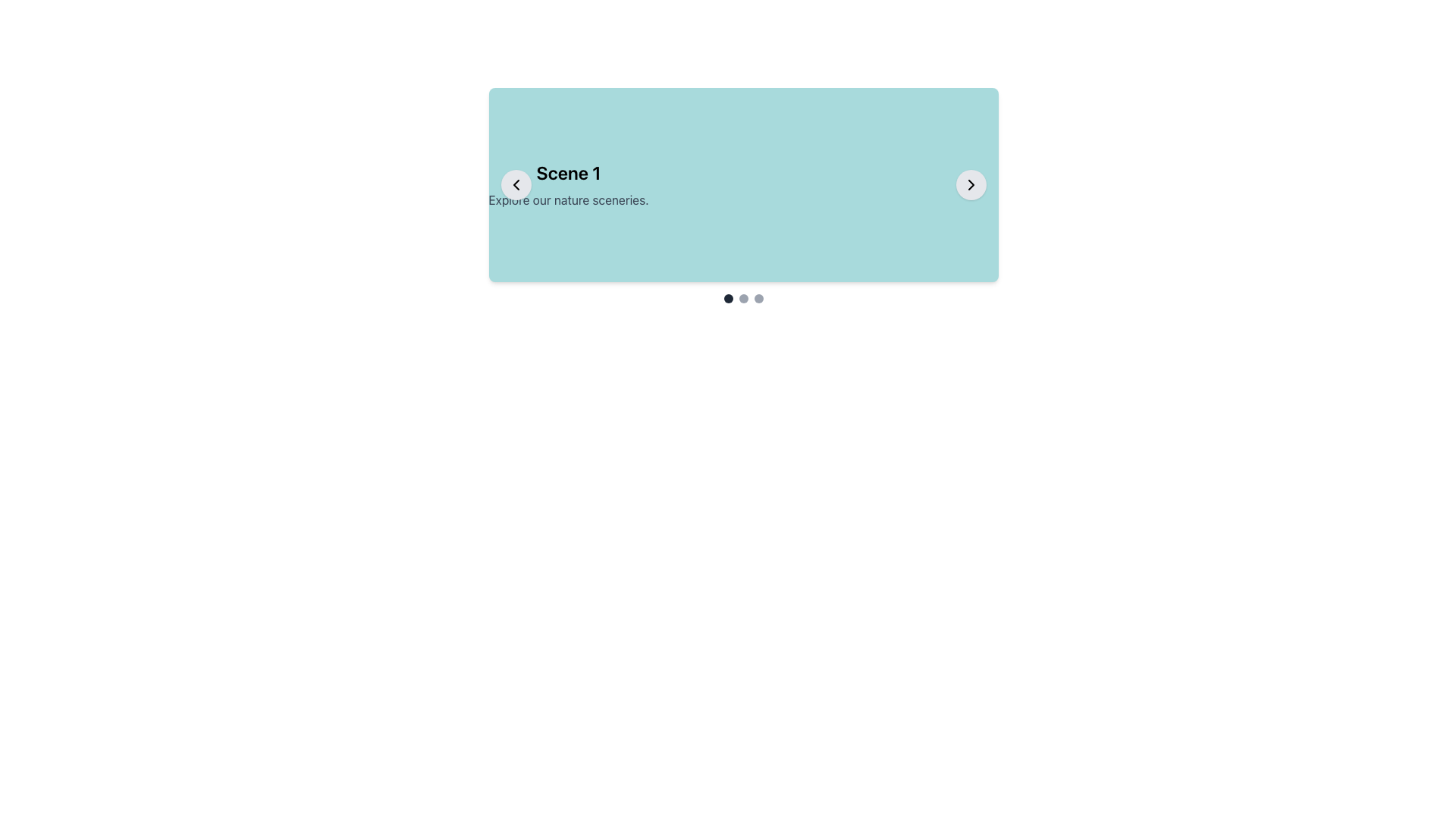 The image size is (1456, 819). What do you see at coordinates (516, 184) in the screenshot?
I see `the left-pointing chevron icon button` at bounding box center [516, 184].